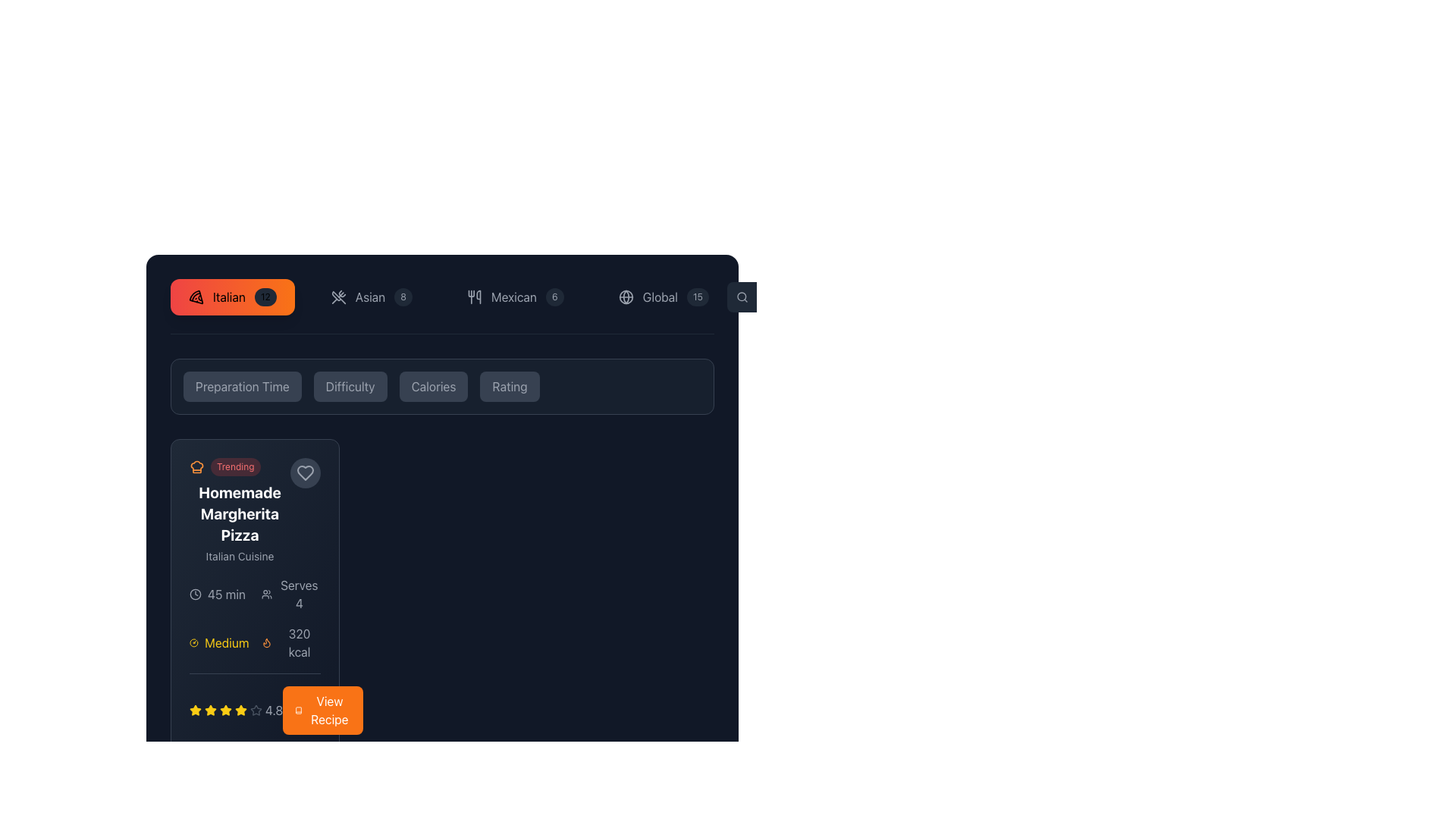 The height and width of the screenshot is (819, 1456). What do you see at coordinates (195, 593) in the screenshot?
I see `the circular clock icon with a dark outline located in the upper-left area of the recipe card for 'Homemade Margherita Pizza'` at bounding box center [195, 593].